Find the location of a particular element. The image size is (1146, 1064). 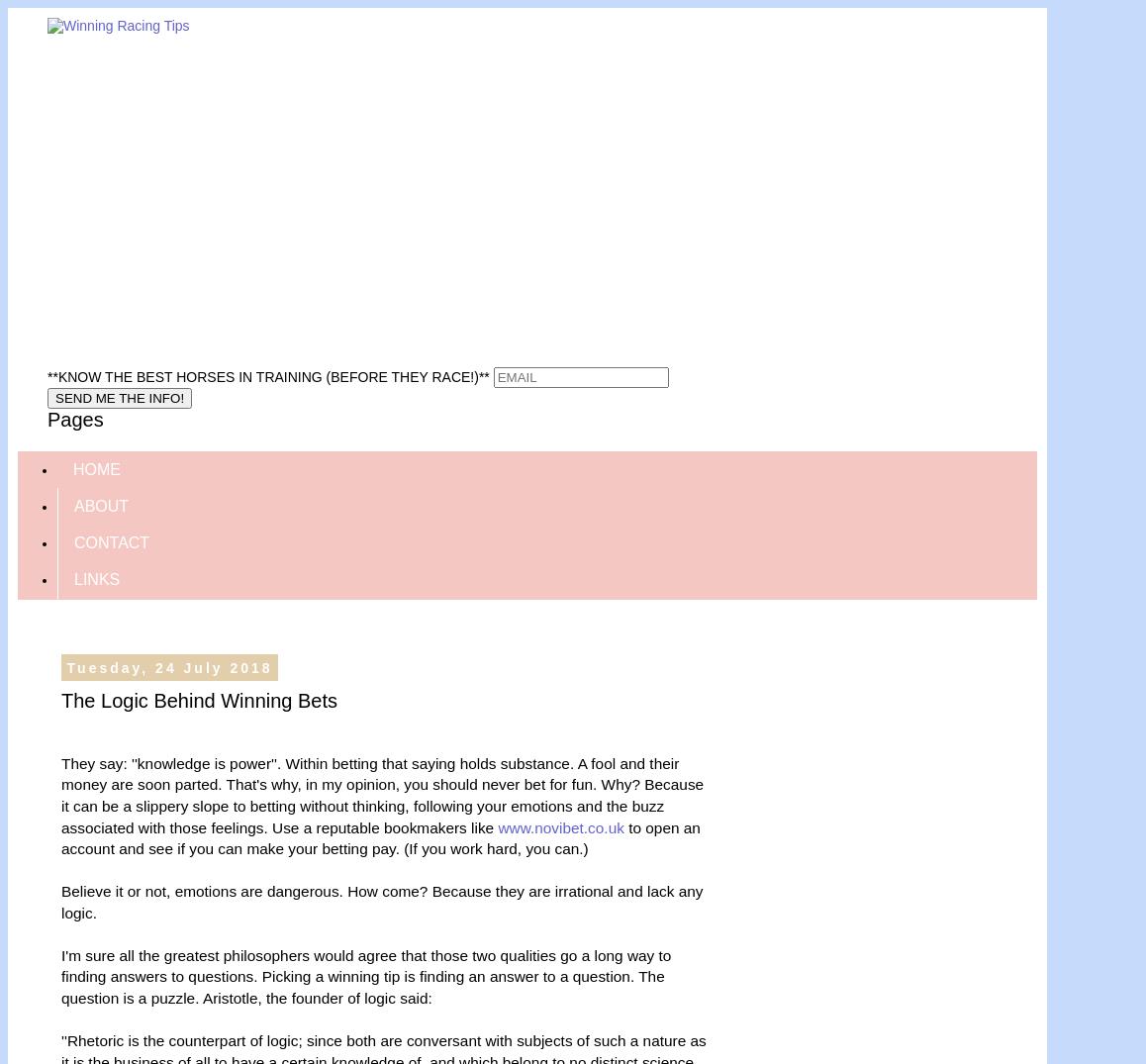

'HOME' is located at coordinates (96, 468).